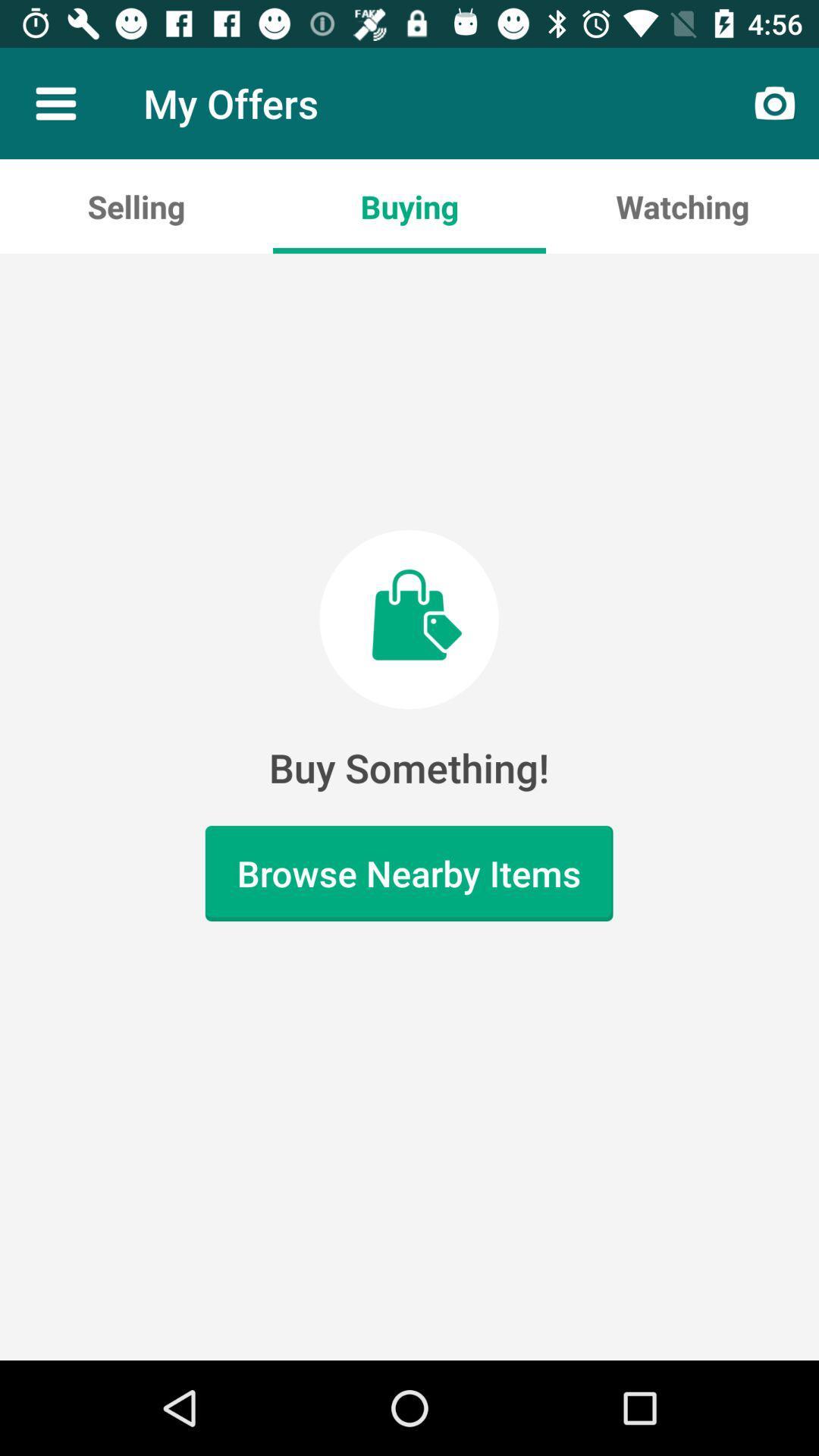  What do you see at coordinates (136, 206) in the screenshot?
I see `the item next to the buying item` at bounding box center [136, 206].